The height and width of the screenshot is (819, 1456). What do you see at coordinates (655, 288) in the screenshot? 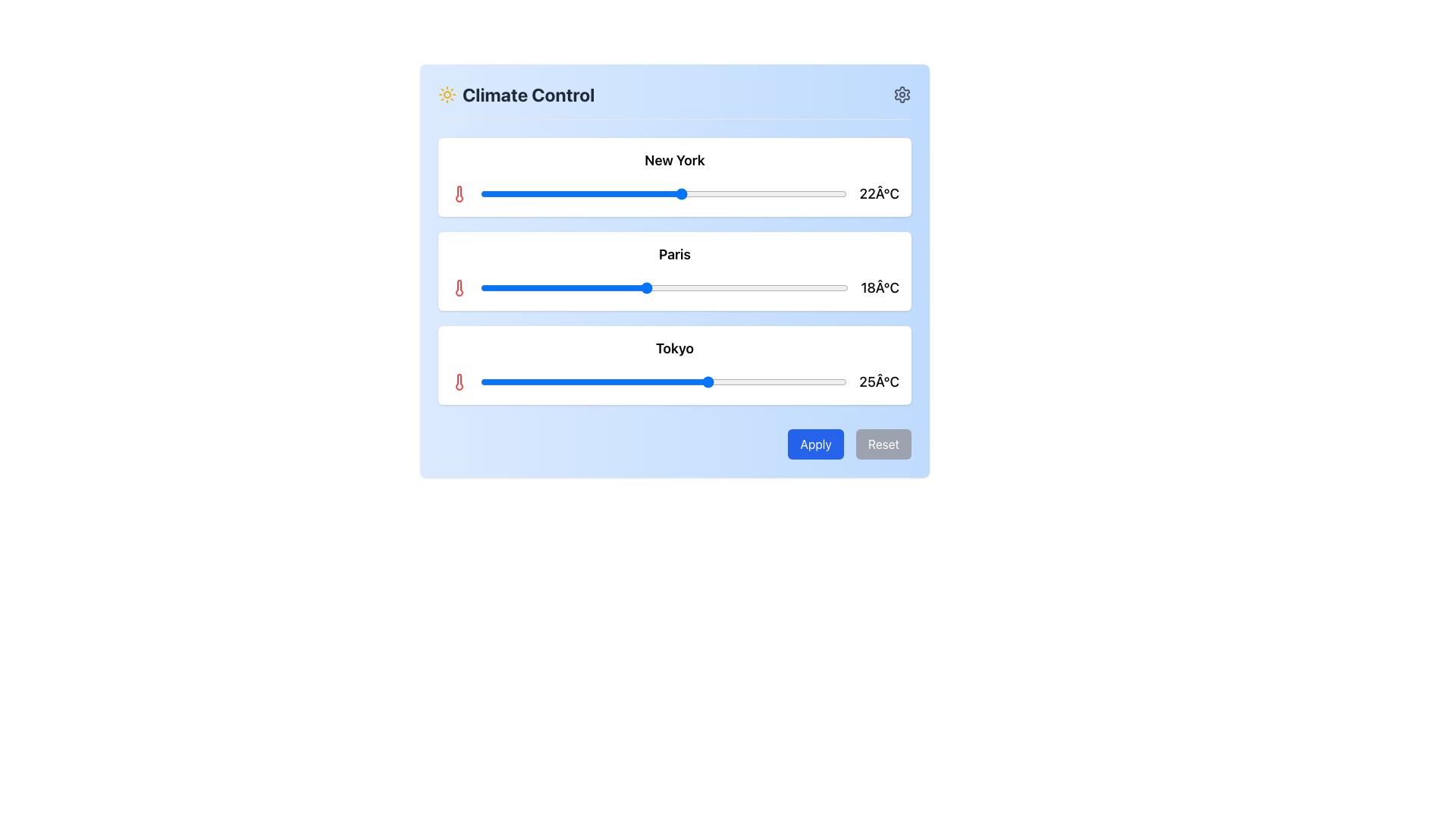
I see `the Paris temperature slider` at bounding box center [655, 288].